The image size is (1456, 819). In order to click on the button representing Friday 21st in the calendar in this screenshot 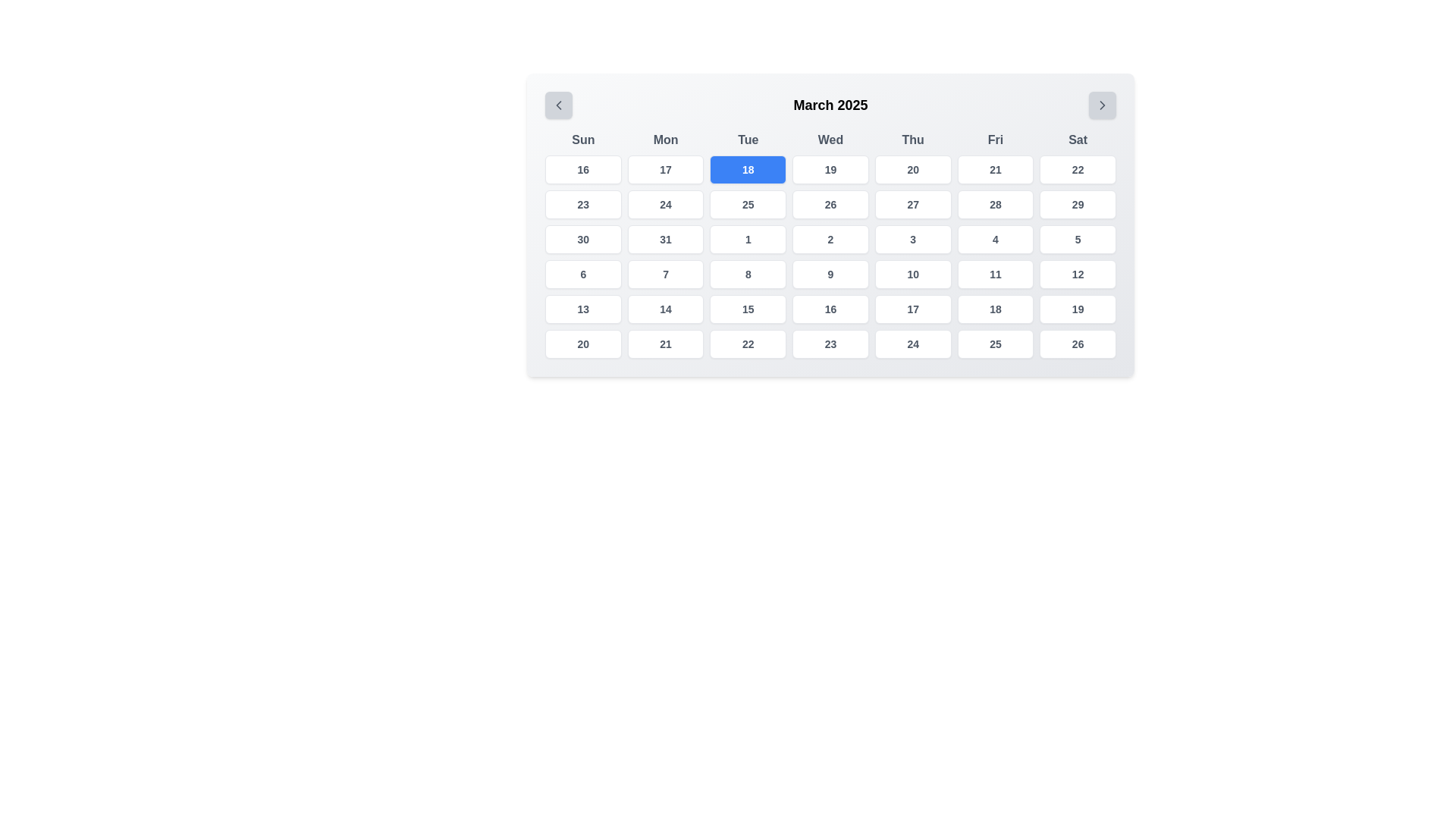, I will do `click(995, 169)`.